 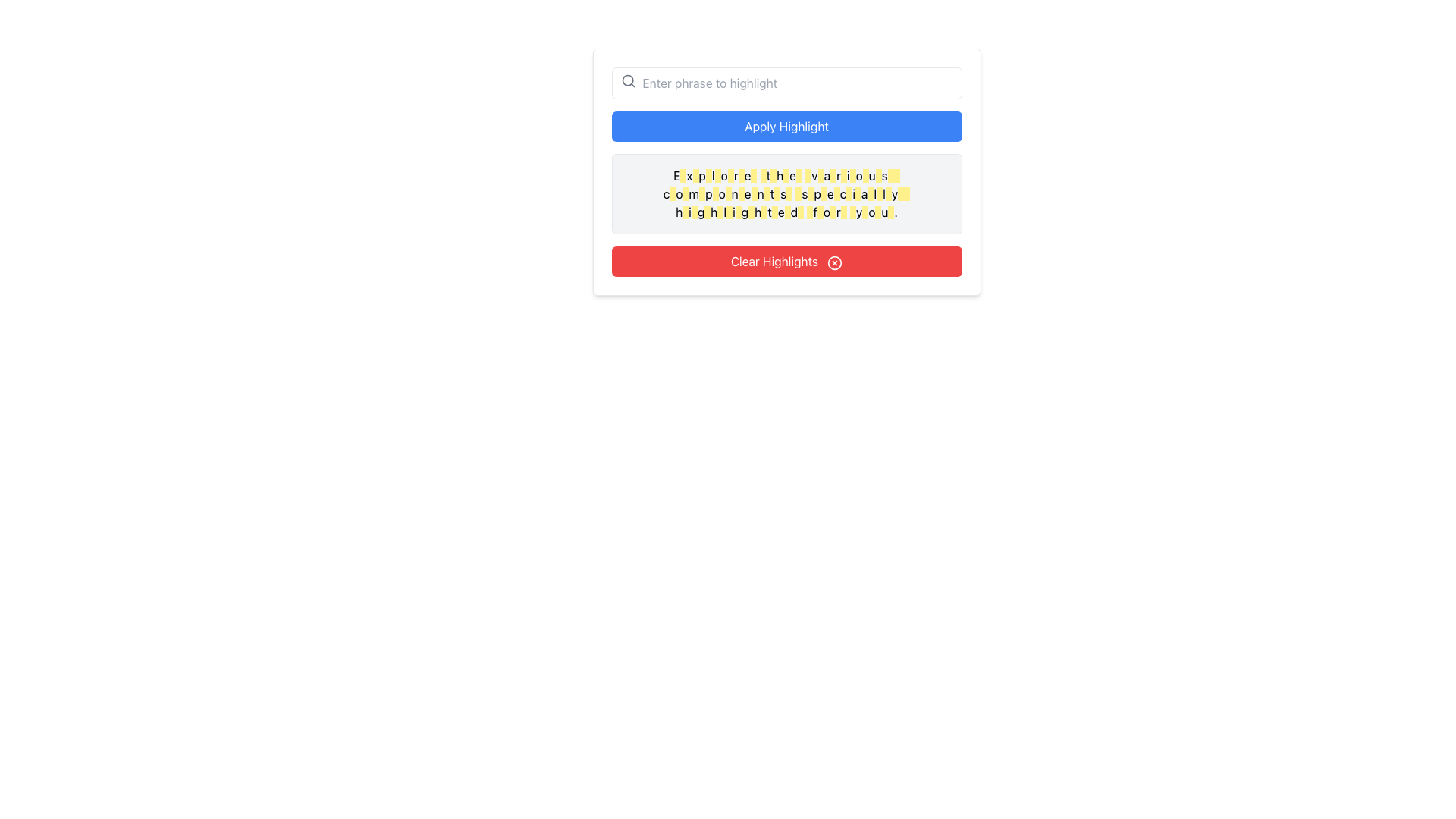 I want to click on the small, rectangular, yellow decorative block located at the end of the word 'highlighted' in the phrase 'Explore the various components specially highlighted for you.', so click(x=738, y=212).